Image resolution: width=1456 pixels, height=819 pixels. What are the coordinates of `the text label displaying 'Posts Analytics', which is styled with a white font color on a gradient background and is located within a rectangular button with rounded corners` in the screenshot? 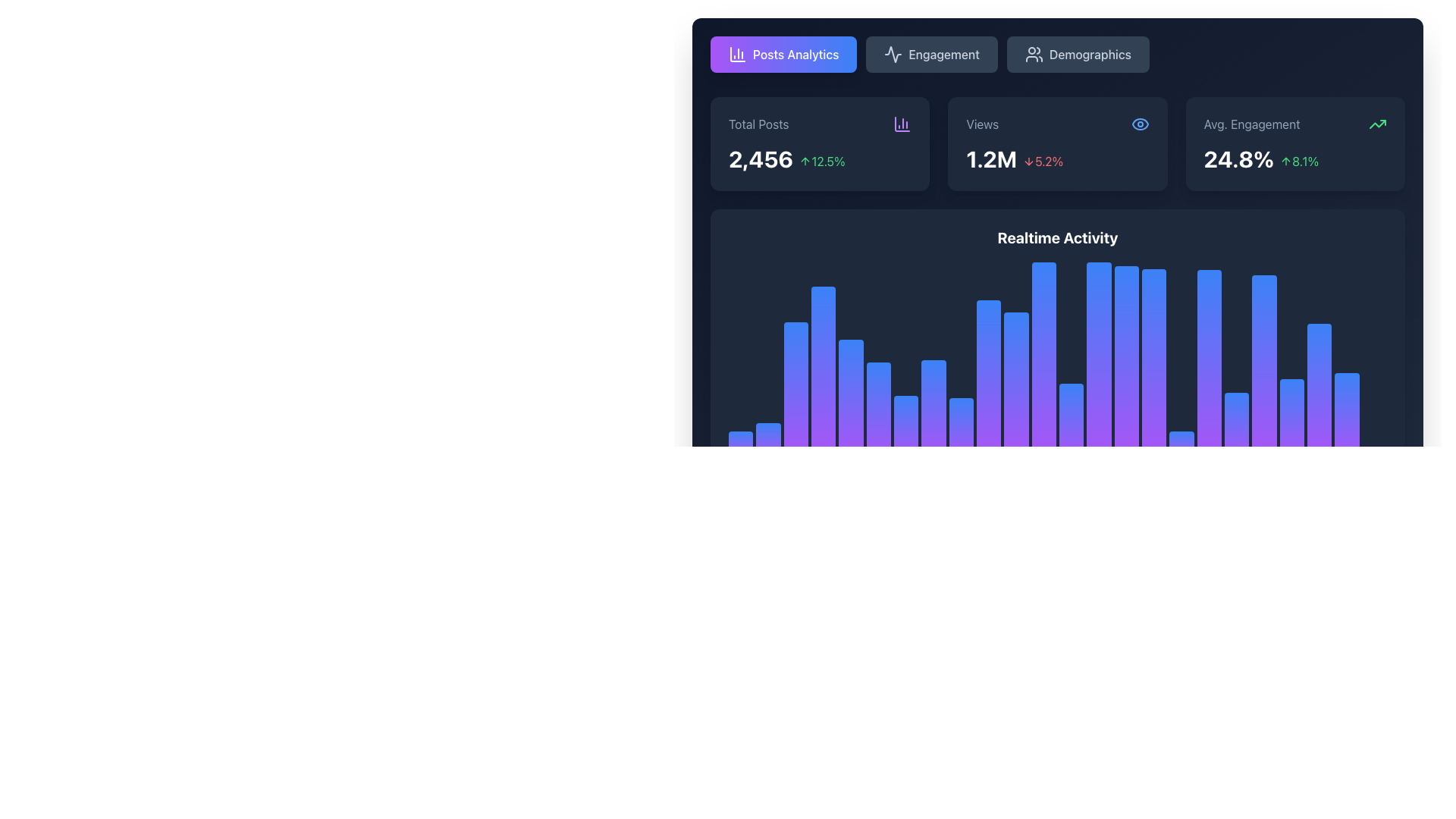 It's located at (795, 54).